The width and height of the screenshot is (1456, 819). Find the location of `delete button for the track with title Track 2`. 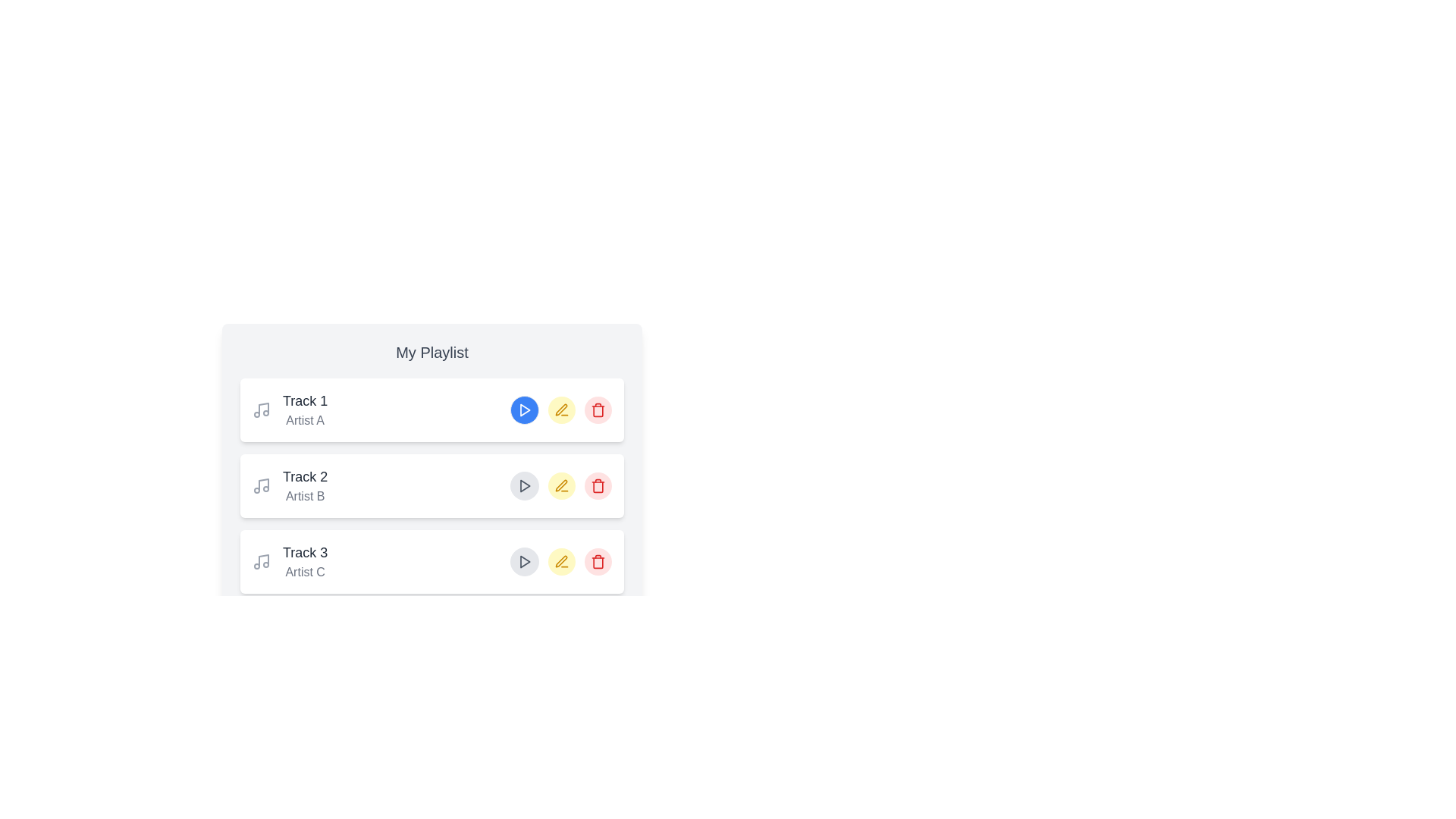

delete button for the track with title Track 2 is located at coordinates (597, 485).